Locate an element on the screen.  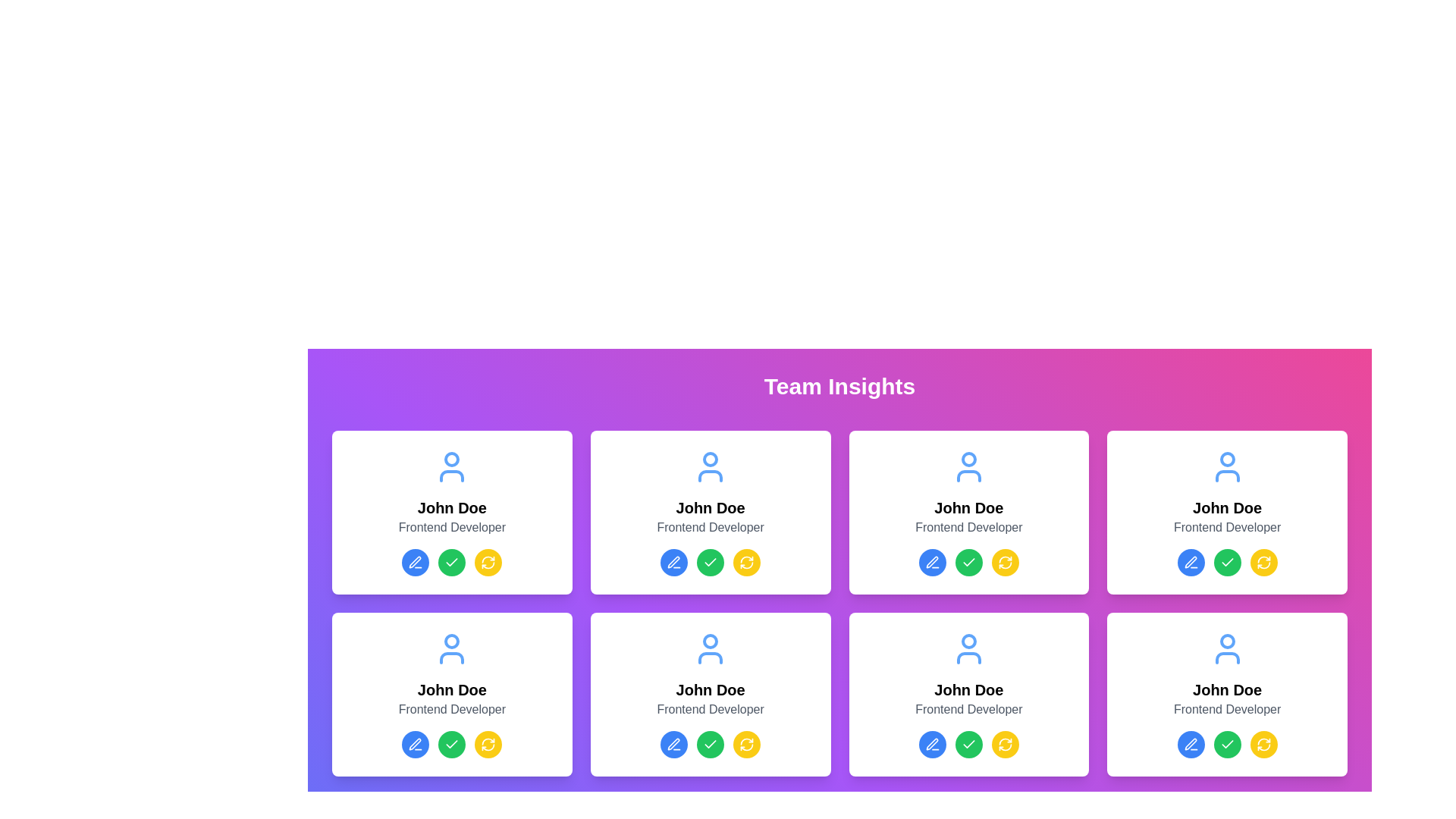
the user profile icon, which is a blue circular head and torso representation located in the top middle card of the grid layout, above the text 'John Doe' and 'Frontend Developer' is located at coordinates (710, 466).